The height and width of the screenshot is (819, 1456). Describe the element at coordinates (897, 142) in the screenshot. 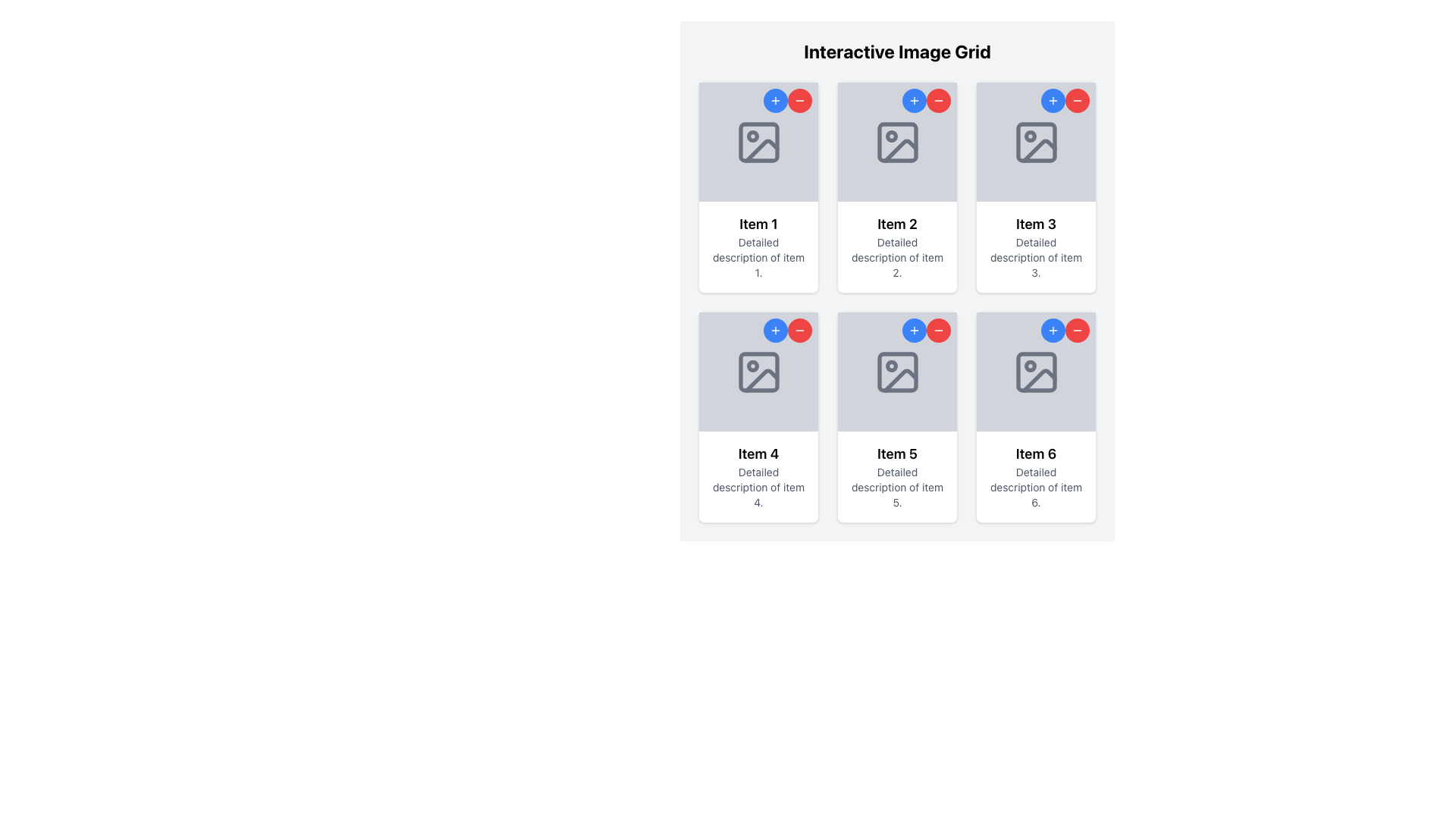

I see `the image placeholder icon located in the second item of the top row of the grid` at that location.